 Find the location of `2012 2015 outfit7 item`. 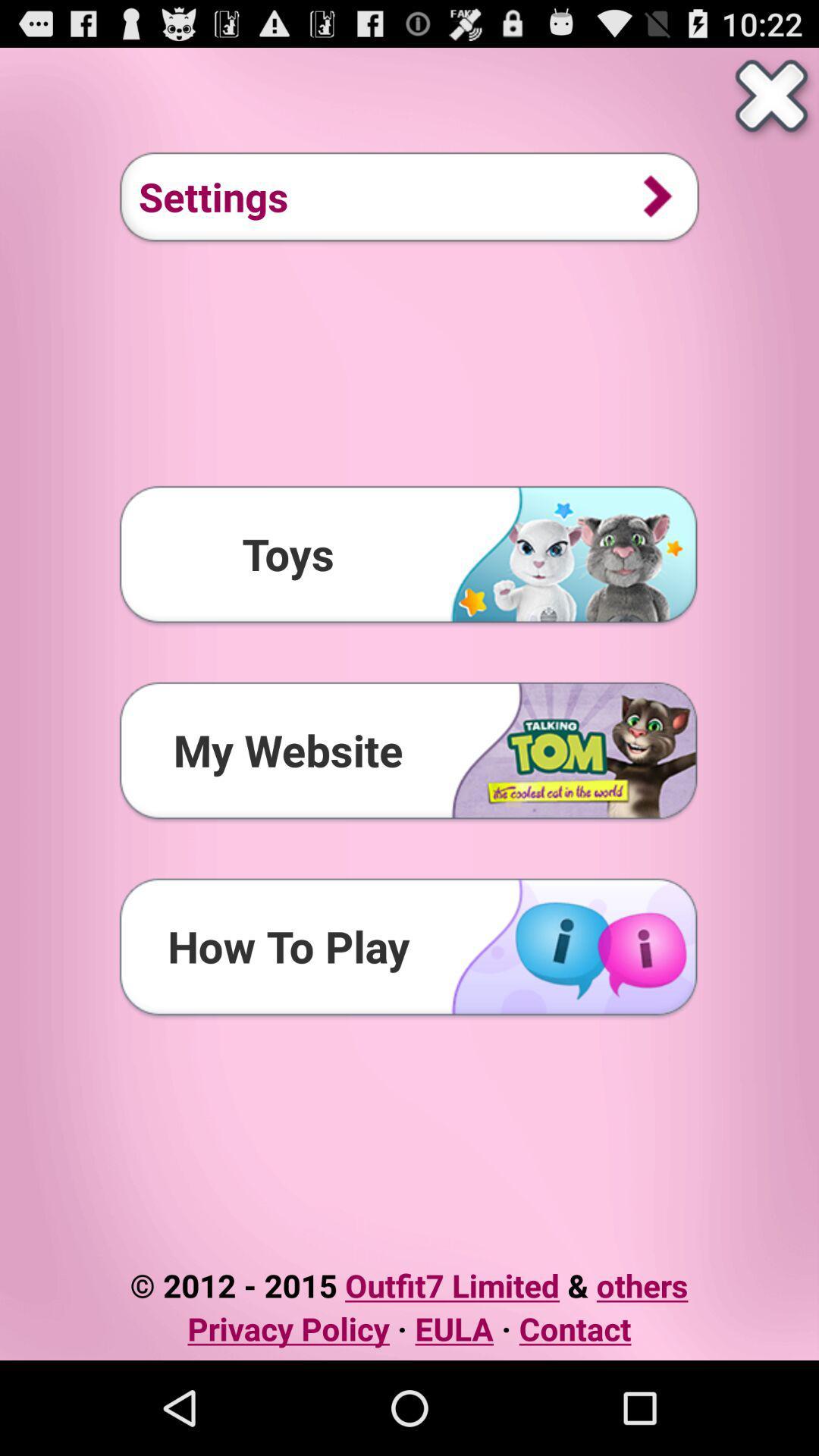

2012 2015 outfit7 item is located at coordinates (408, 1284).